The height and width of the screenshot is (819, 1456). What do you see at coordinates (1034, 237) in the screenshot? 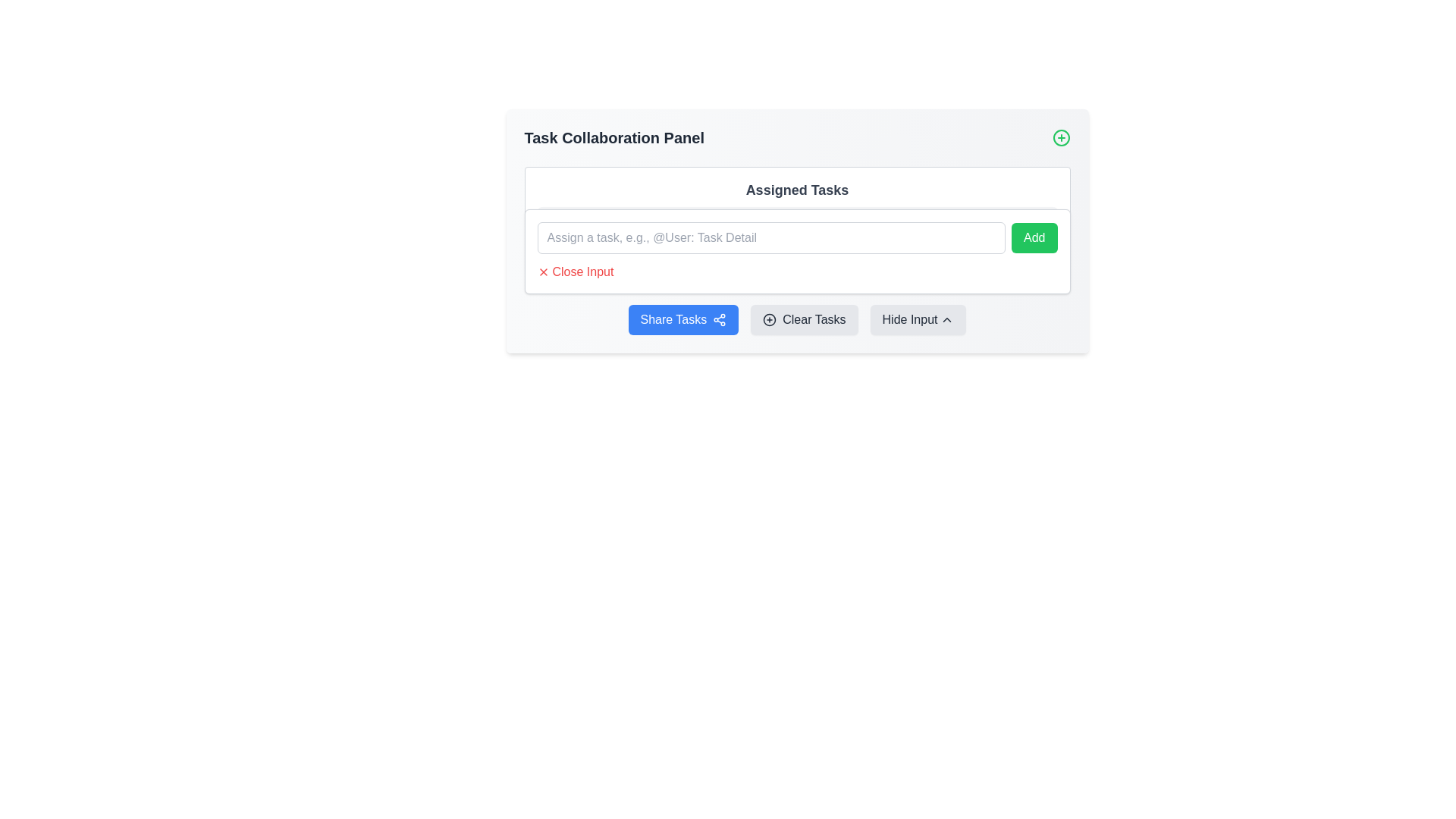
I see `the rectangular green button labeled 'Add' located in the top-right corner of the 'Assigned Tasks' area` at bounding box center [1034, 237].